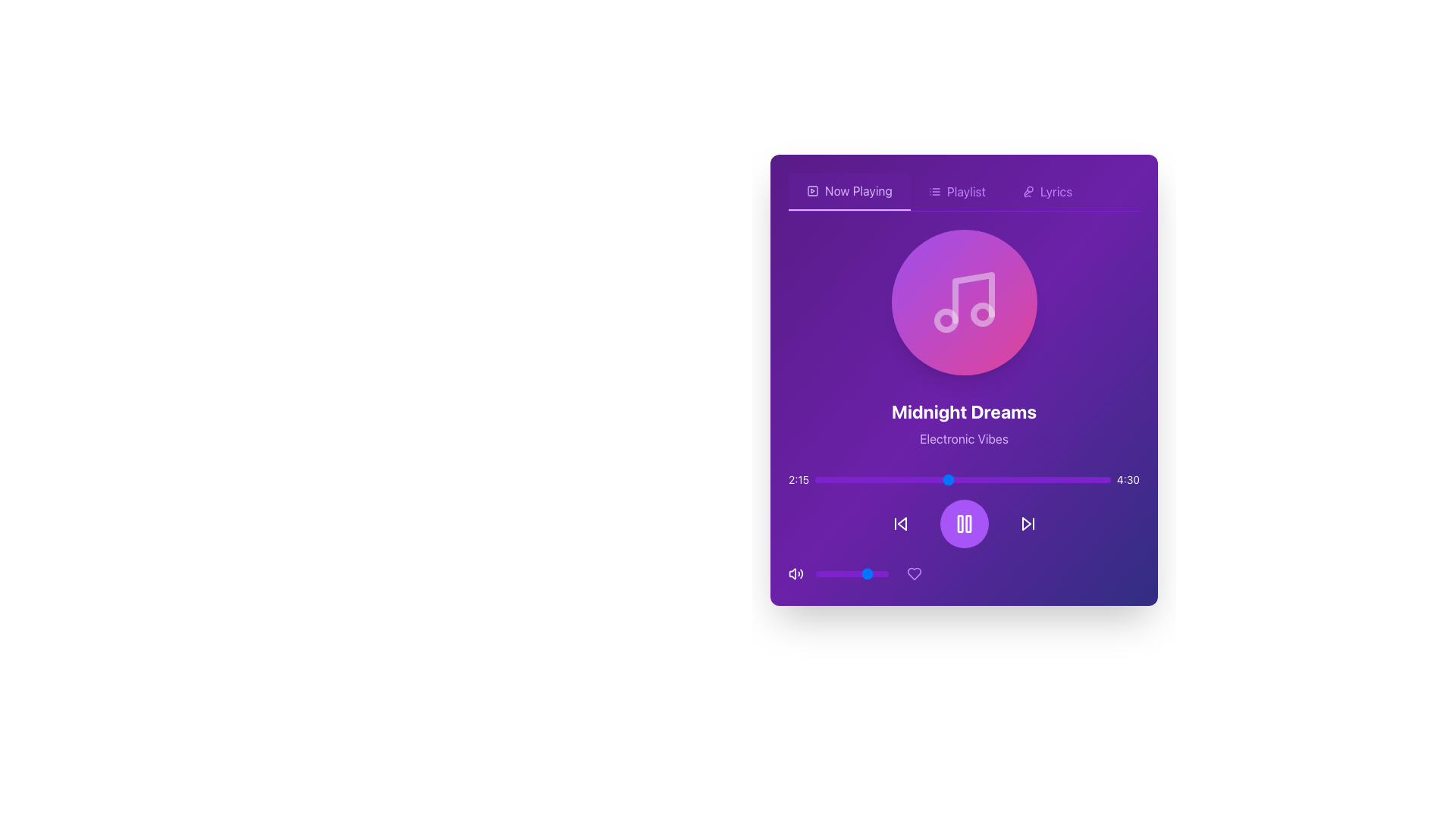  Describe the element at coordinates (963, 522) in the screenshot. I see `the circular purple button with a white pause icon located centrally in the bottom control section` at that location.